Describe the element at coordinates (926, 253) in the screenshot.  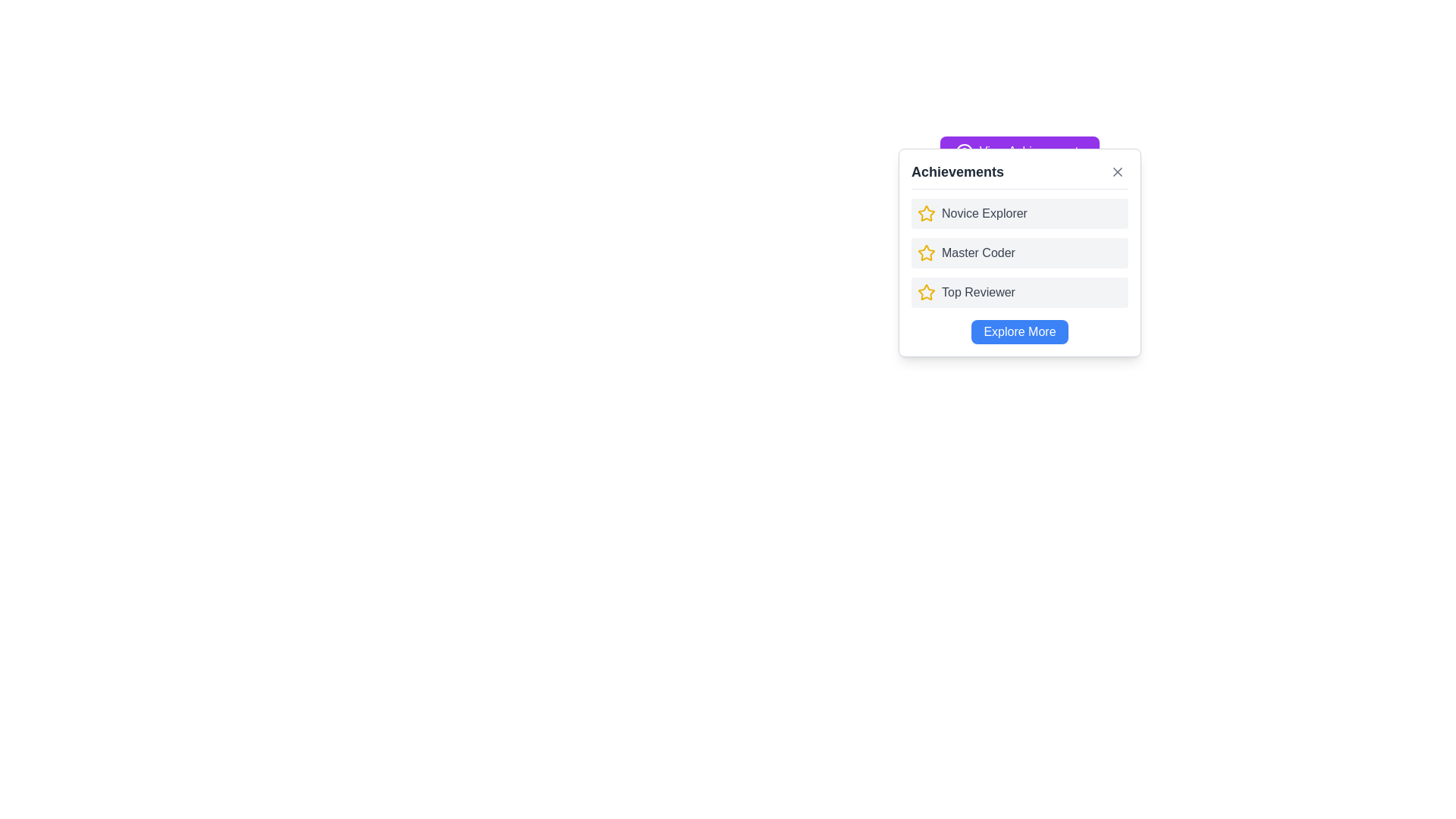
I see `the star icon representing the achievement 'Master Coder' within the achievements modal box` at that location.